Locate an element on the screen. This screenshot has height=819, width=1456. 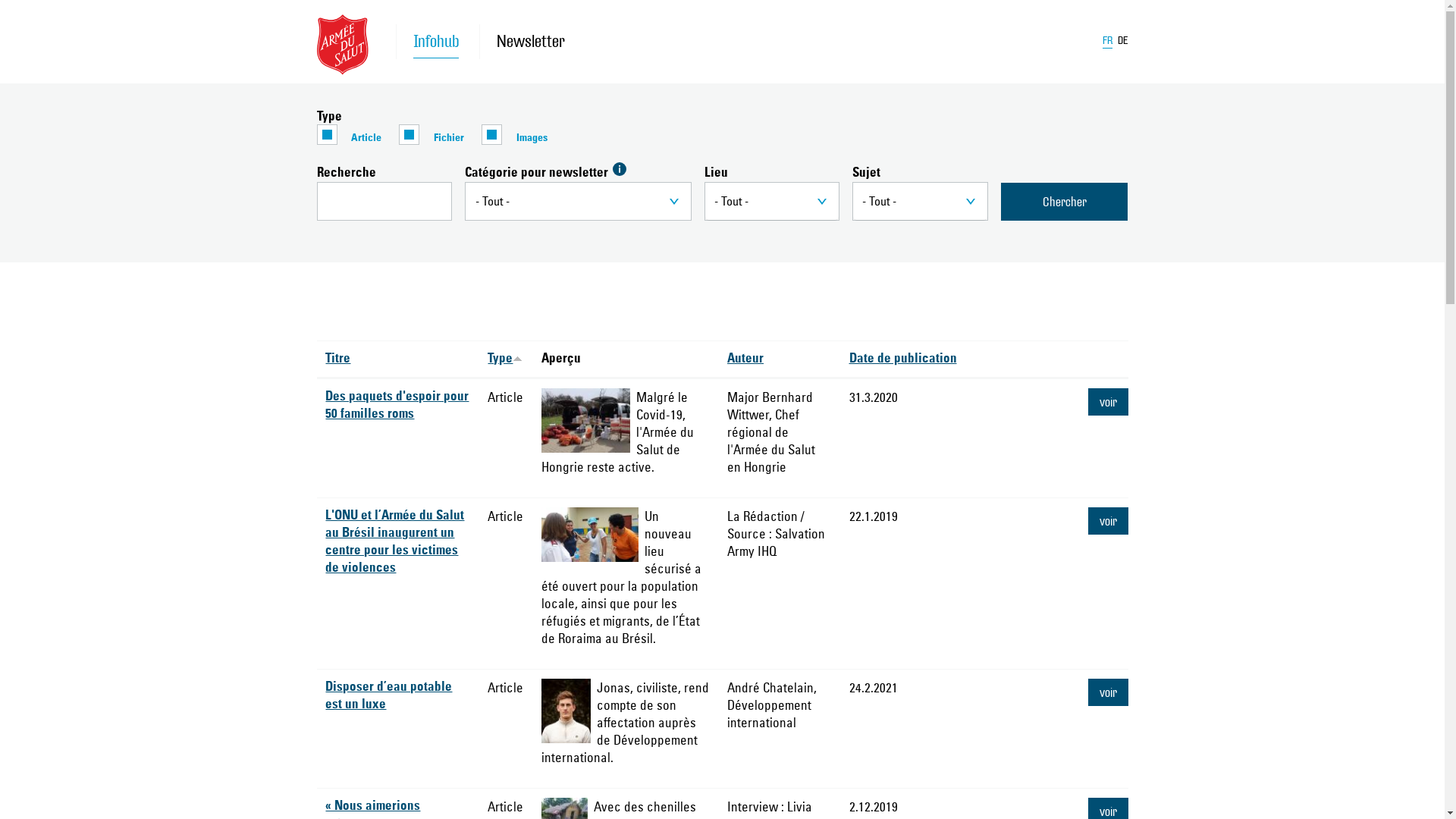
'Titre' is located at coordinates (337, 359).